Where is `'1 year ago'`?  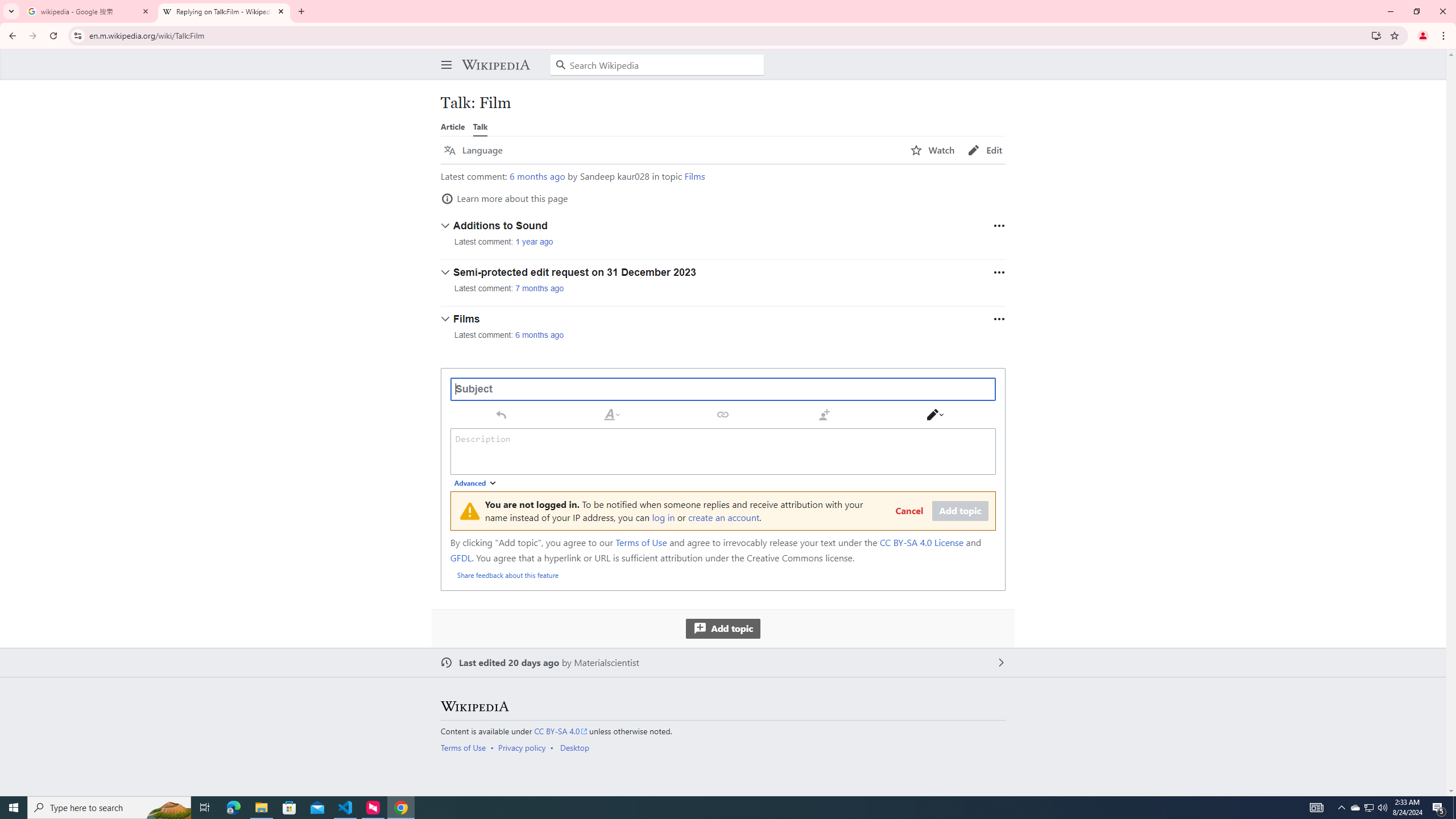 '1 year ago' is located at coordinates (533, 242).